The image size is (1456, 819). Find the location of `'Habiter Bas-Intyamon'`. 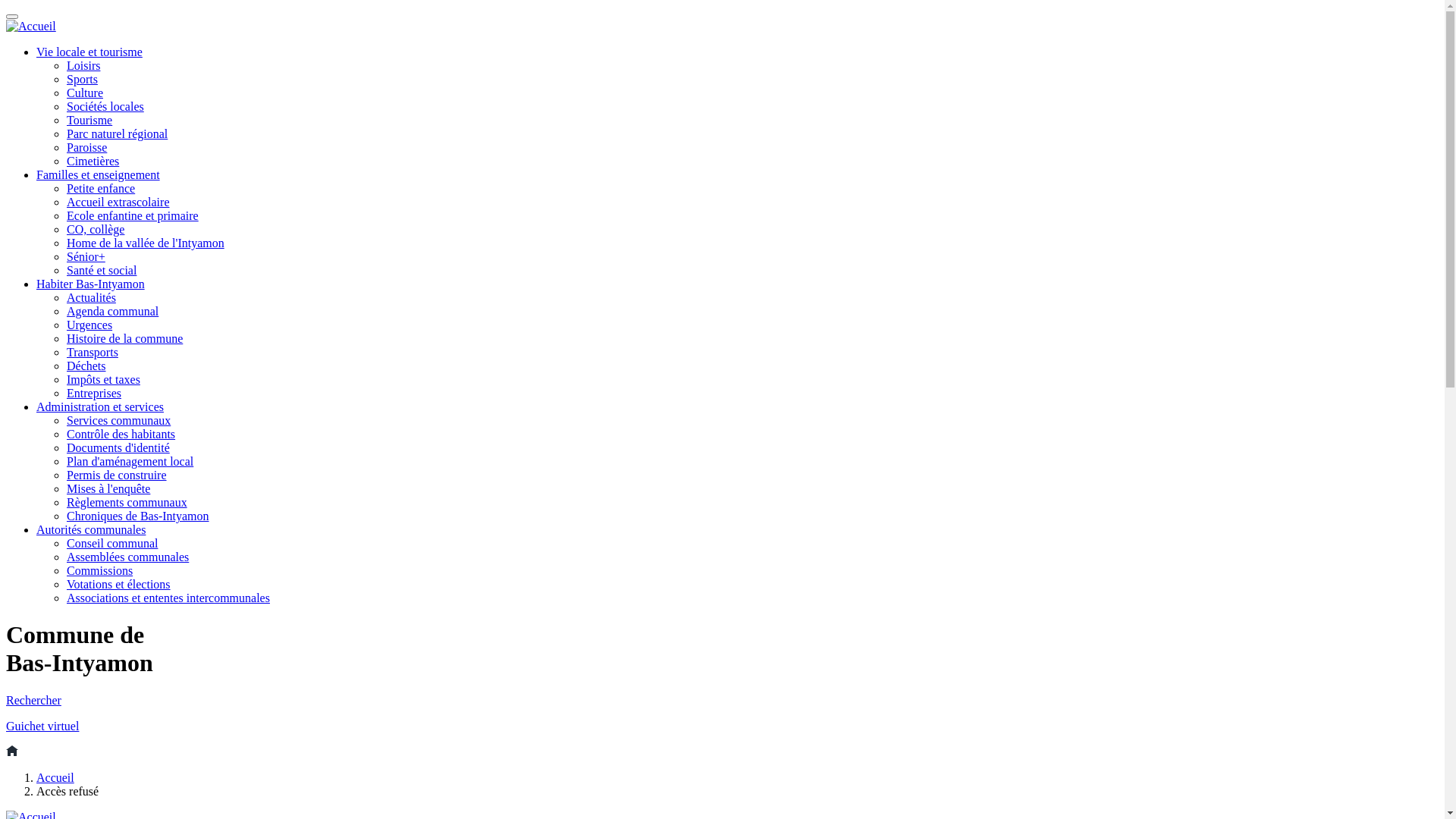

'Habiter Bas-Intyamon' is located at coordinates (89, 284).